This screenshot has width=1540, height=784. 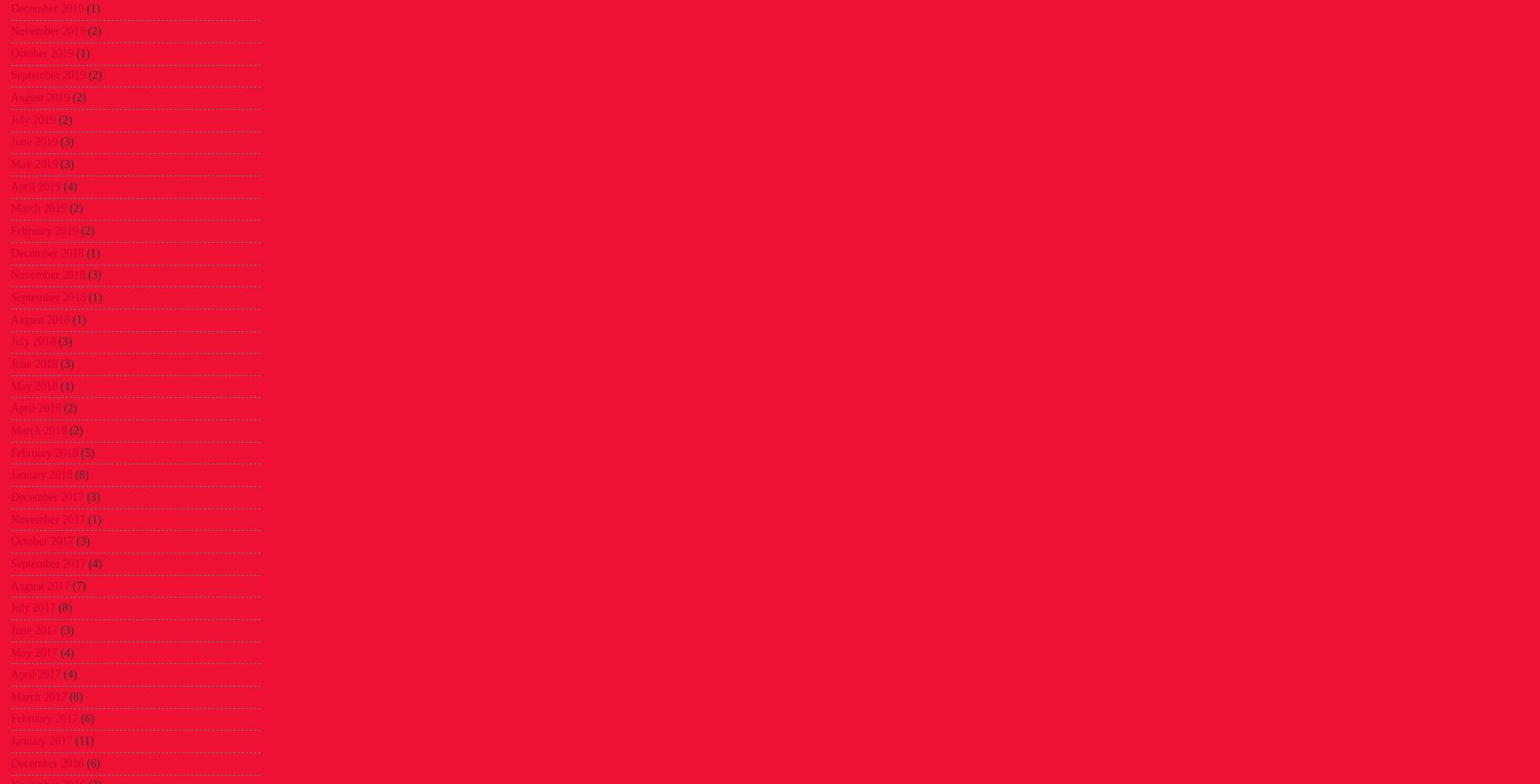 I want to click on 'November 2018', so click(x=47, y=275).